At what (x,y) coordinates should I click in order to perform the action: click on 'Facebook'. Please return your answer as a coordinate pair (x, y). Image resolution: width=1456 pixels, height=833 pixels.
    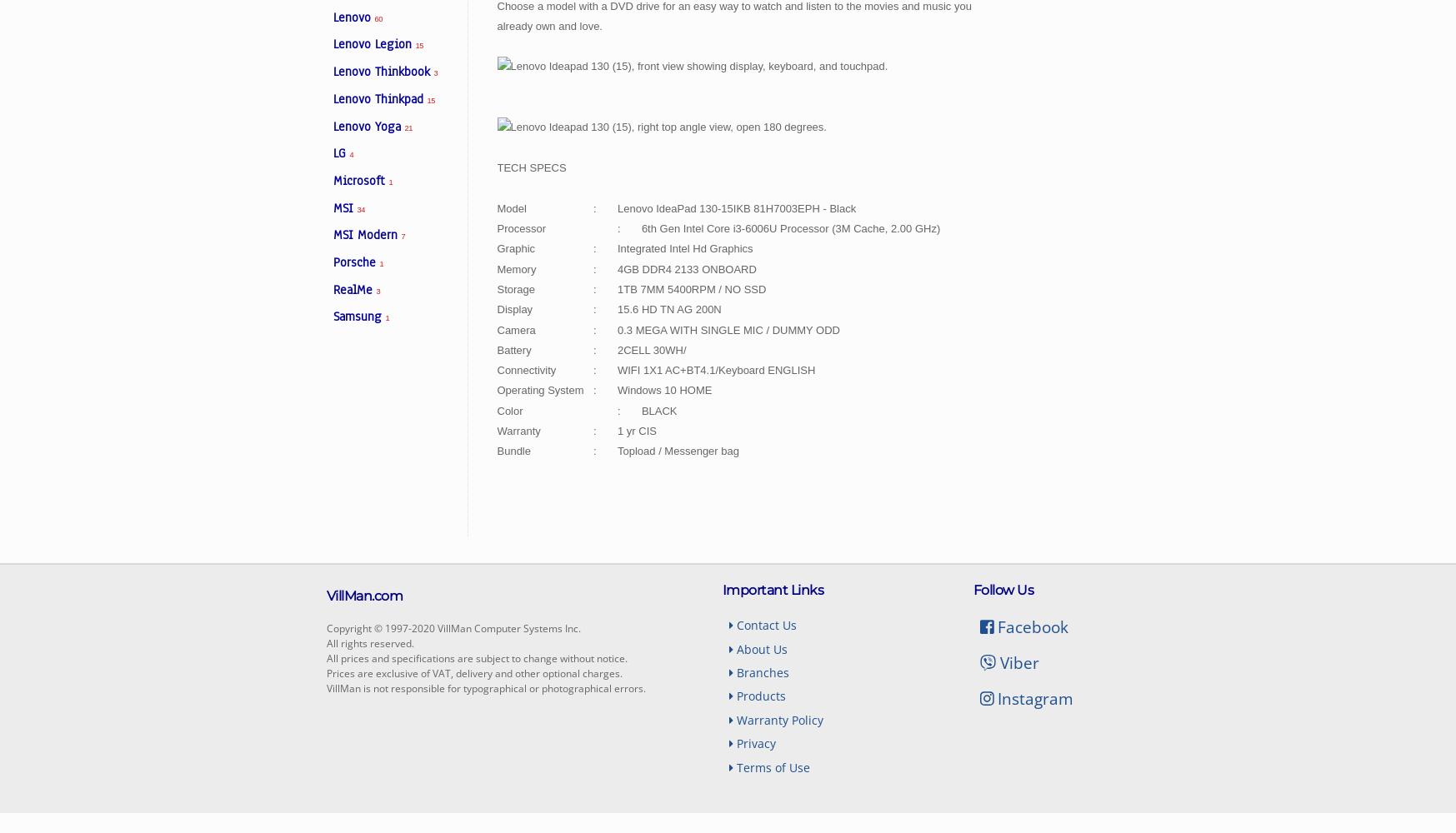
    Looking at the image, I should click on (1031, 626).